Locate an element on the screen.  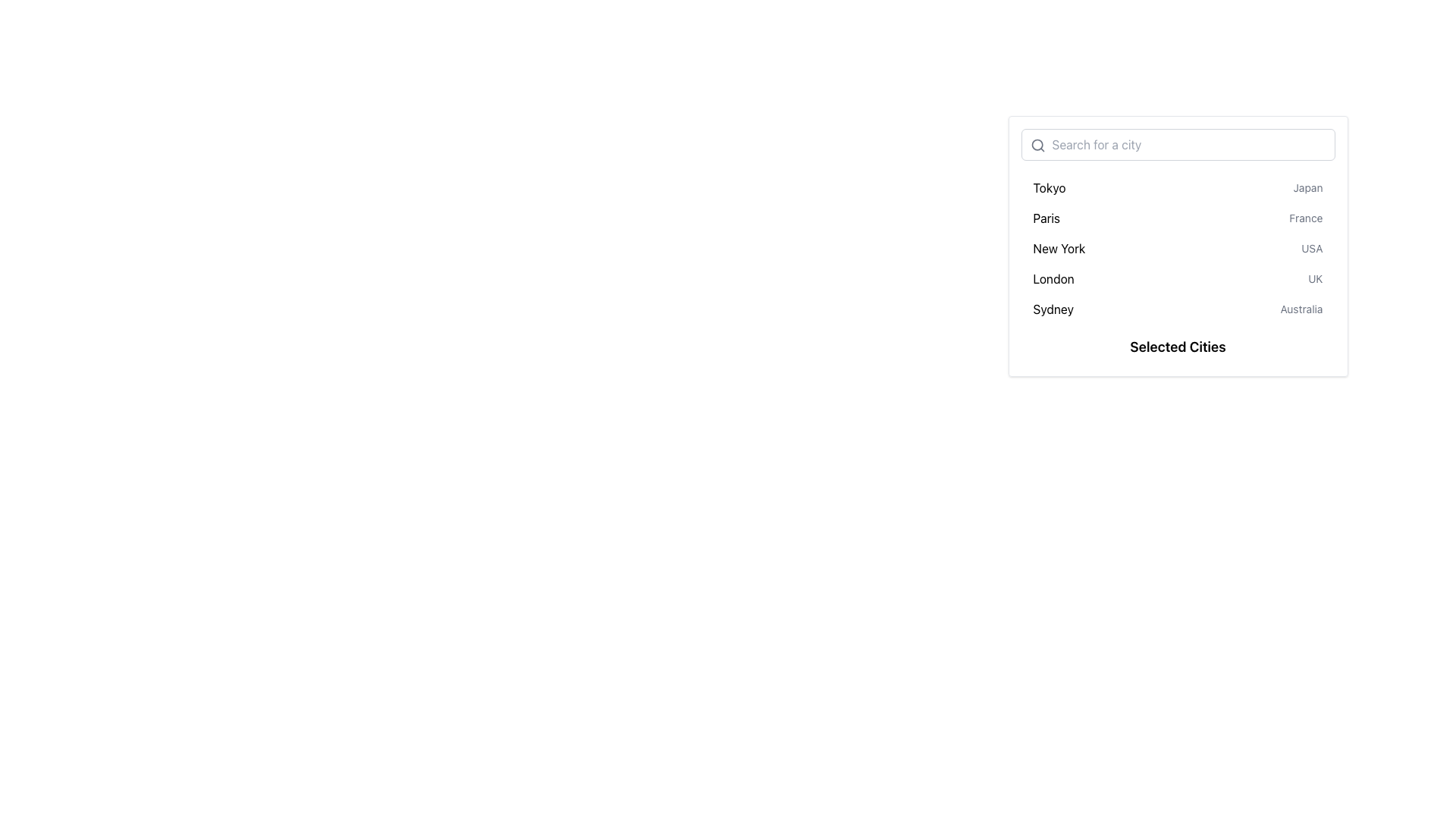
text from the Text Label that serves as a label for a city name, located in the fifth row of the list beneath 'London' and next to 'Australia' is located at coordinates (1053, 309).